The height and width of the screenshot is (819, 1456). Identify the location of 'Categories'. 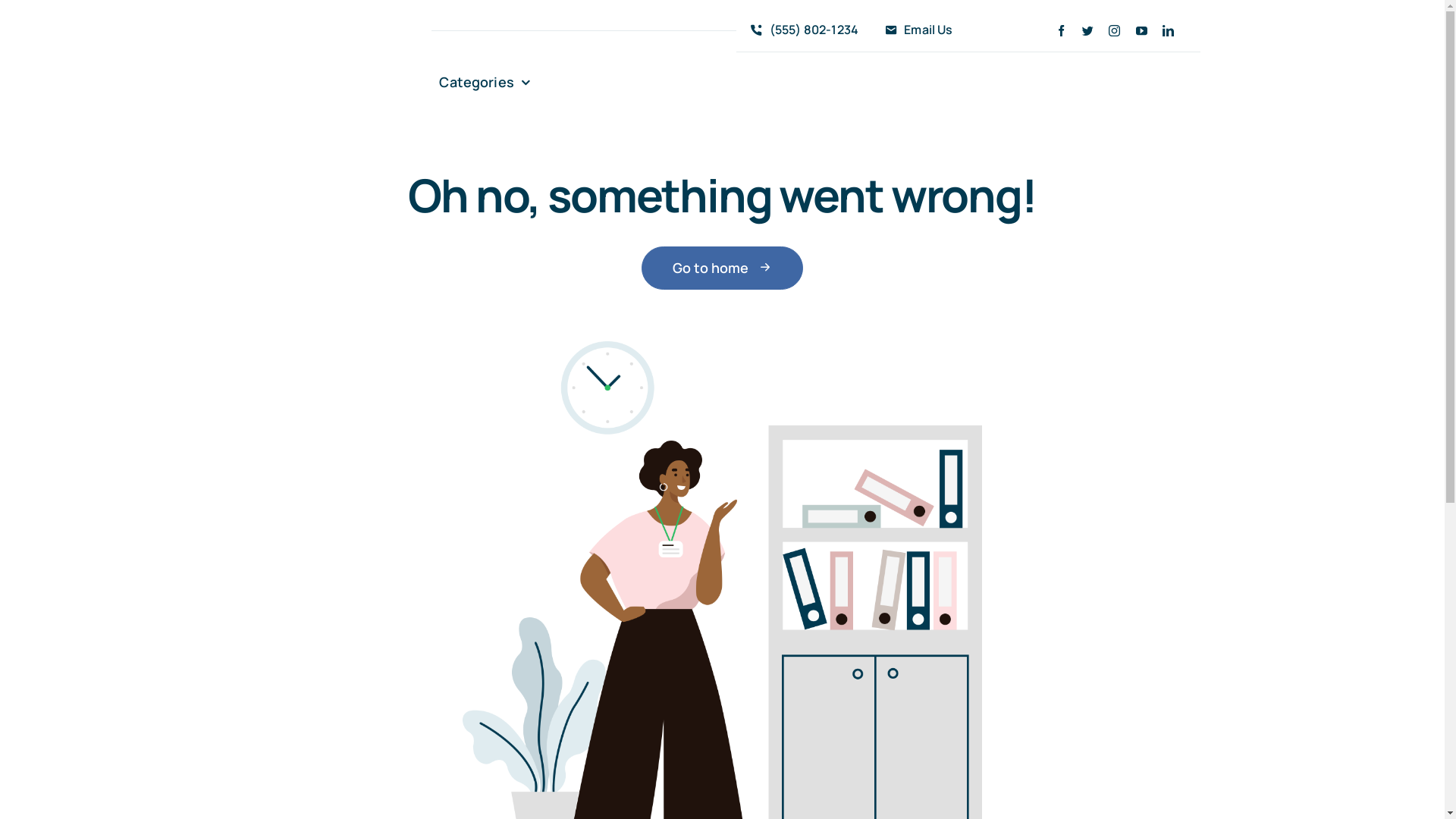
(483, 82).